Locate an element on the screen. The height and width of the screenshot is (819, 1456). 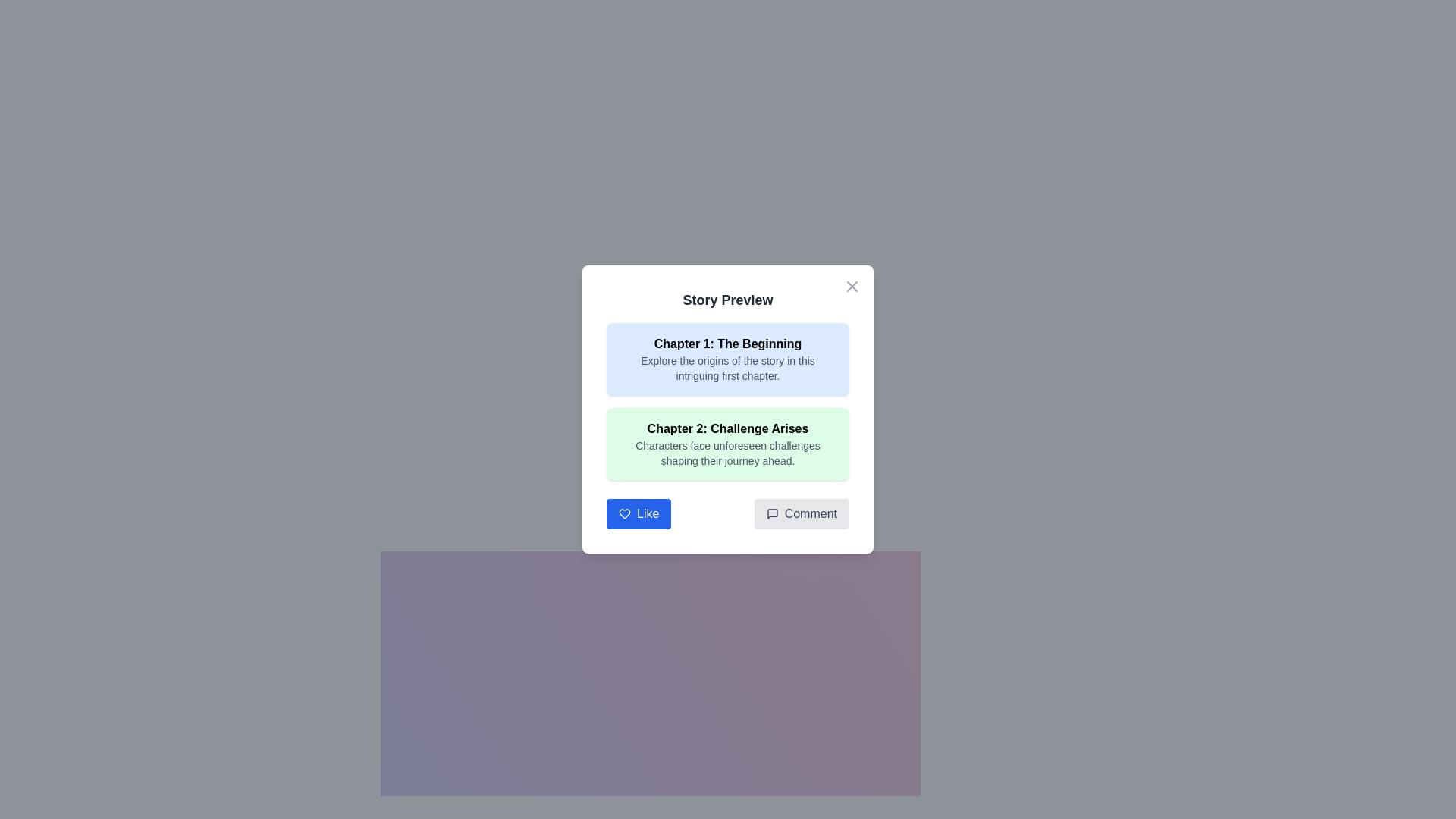
the 'Like' button which features white text on a blue background within the 'Story Preview' pop-up interface is located at coordinates (648, 513).